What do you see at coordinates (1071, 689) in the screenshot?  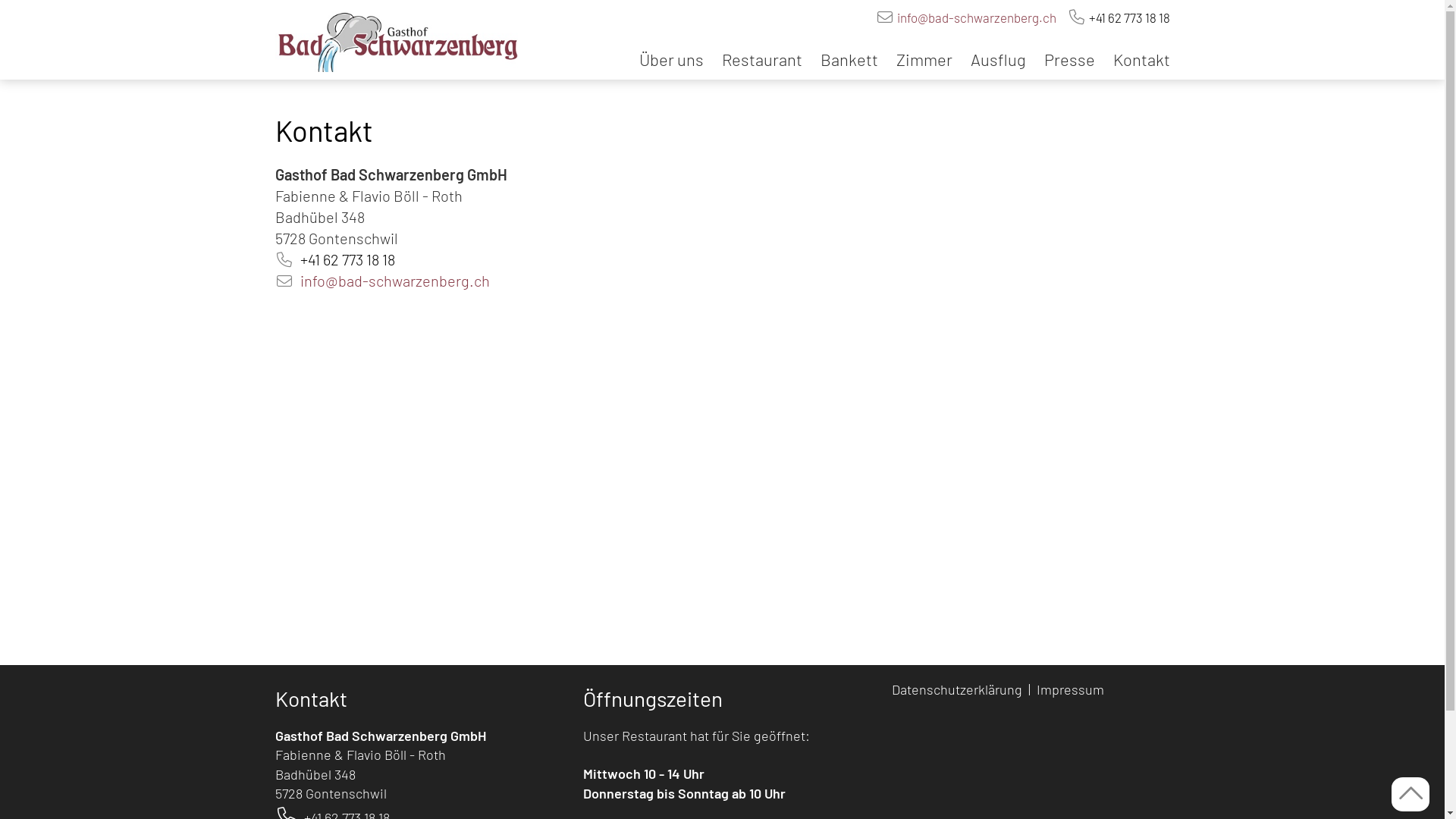 I see `'Impressum '` at bounding box center [1071, 689].